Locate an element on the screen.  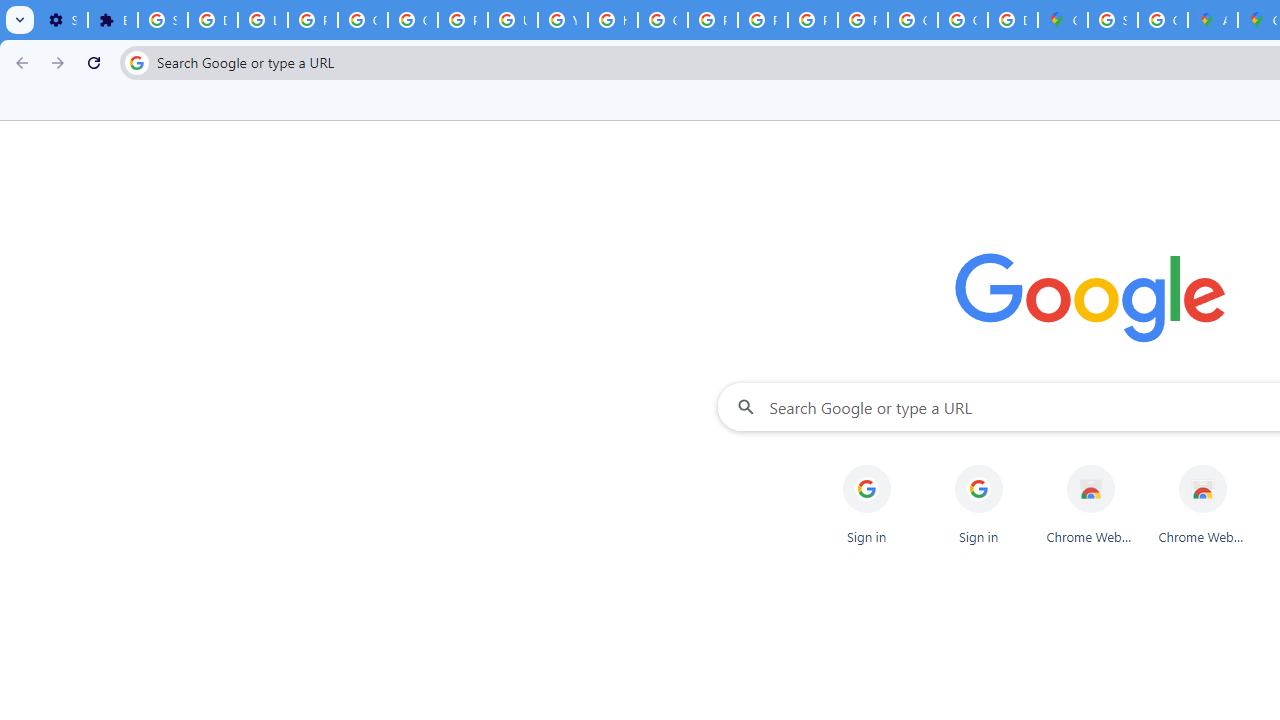
'Google Account Help' is located at coordinates (362, 20).